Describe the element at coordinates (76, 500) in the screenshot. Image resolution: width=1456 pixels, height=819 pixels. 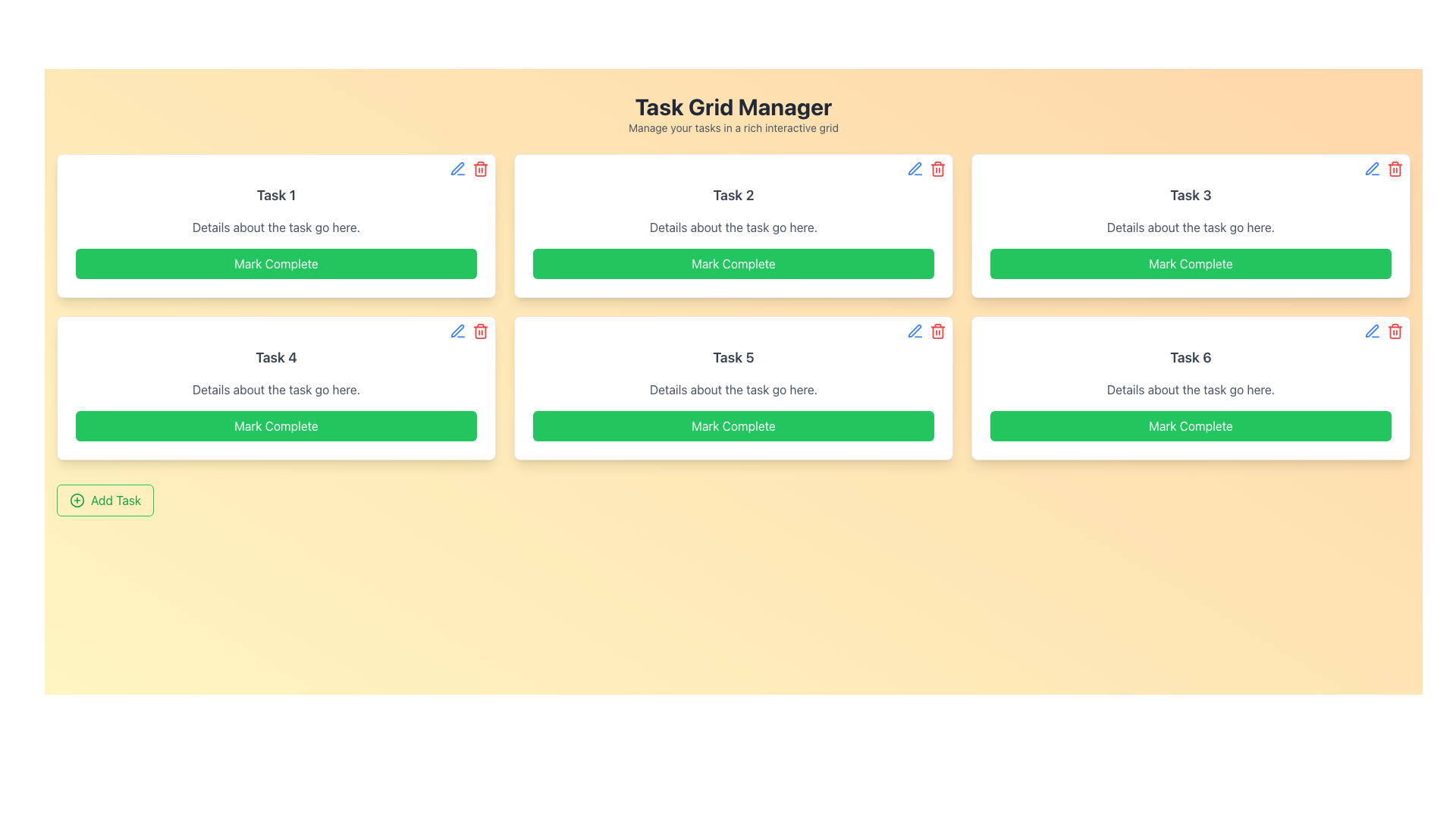
I see `the green circular '+' icon inside the 'Add Task' button located at the bottom left of the interface` at that location.